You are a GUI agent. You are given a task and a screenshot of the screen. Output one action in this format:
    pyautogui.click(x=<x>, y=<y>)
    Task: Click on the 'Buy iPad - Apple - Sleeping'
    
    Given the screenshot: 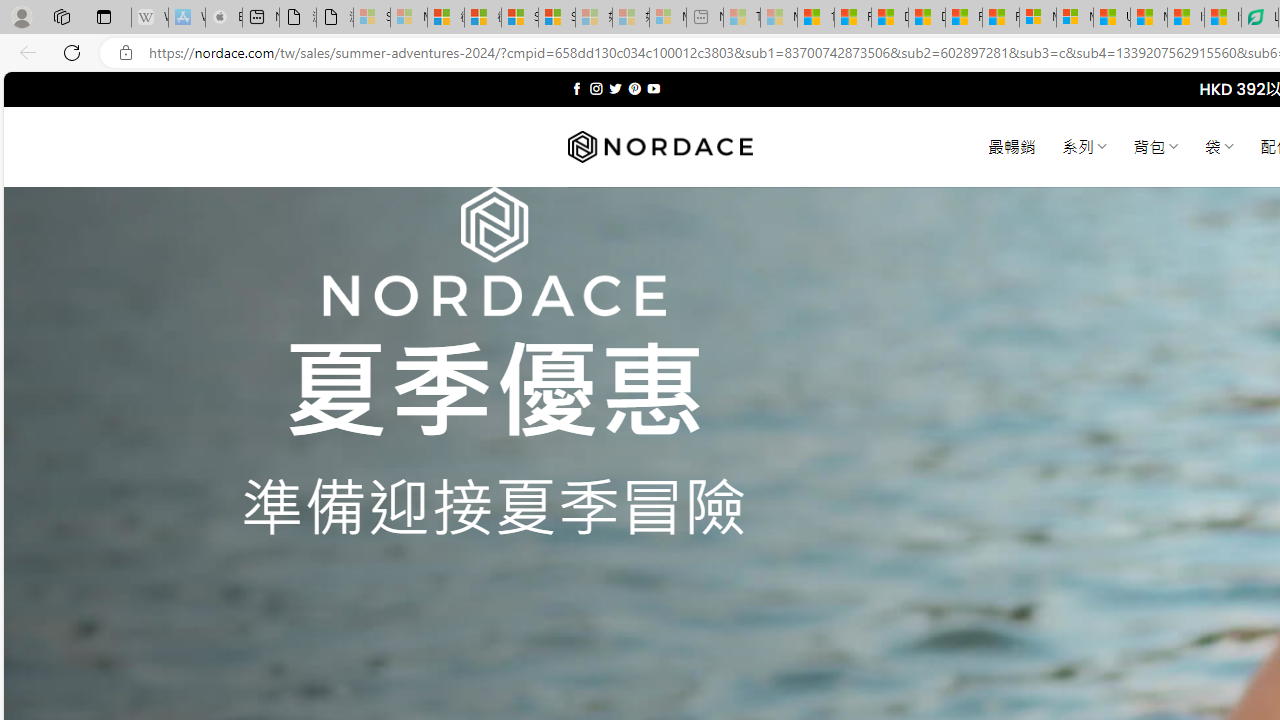 What is the action you would take?
    pyautogui.click(x=224, y=17)
    